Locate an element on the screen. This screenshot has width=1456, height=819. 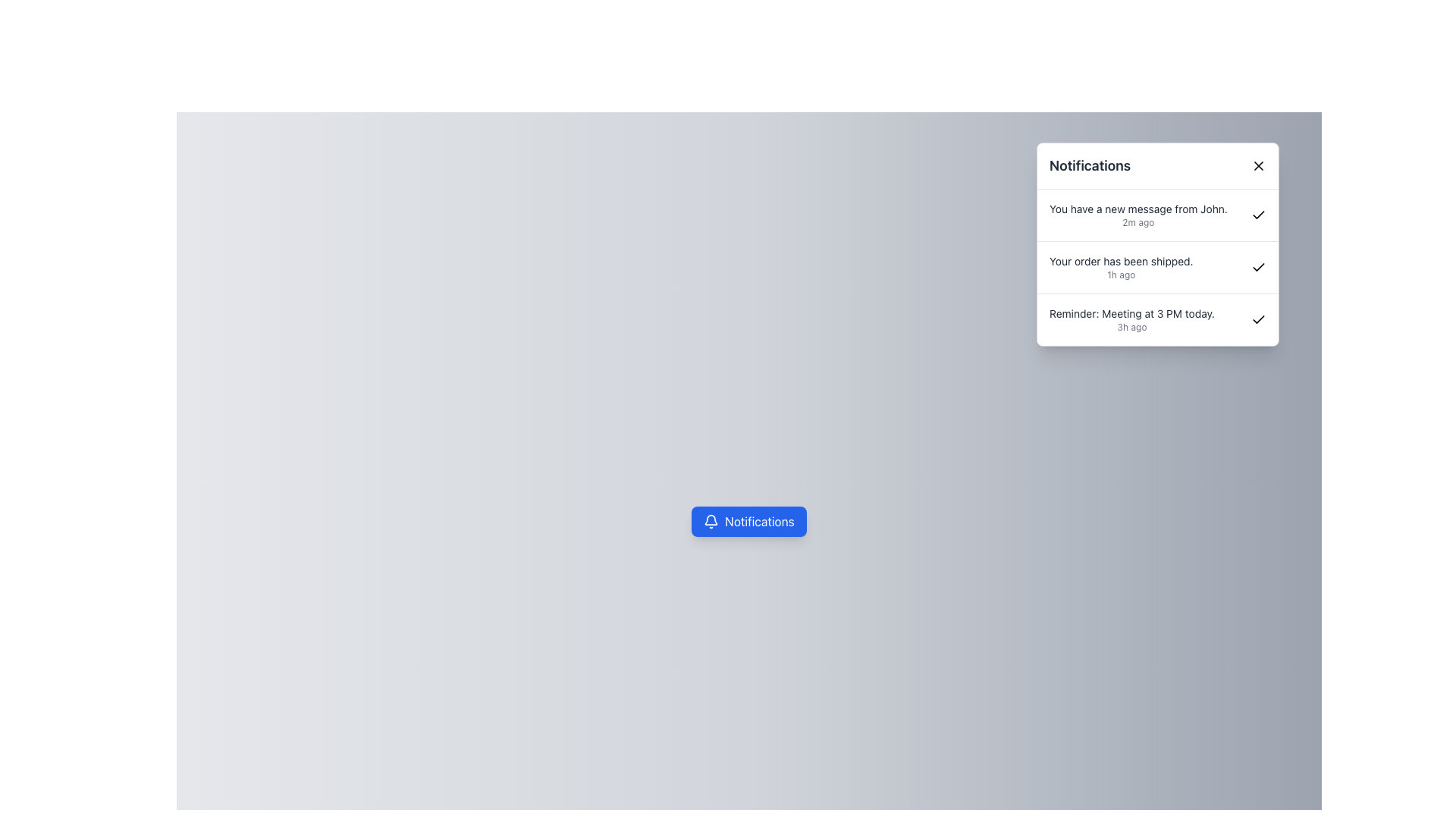
the 'X' close icon located in the top-right corner of the notification panel is located at coordinates (1259, 166).